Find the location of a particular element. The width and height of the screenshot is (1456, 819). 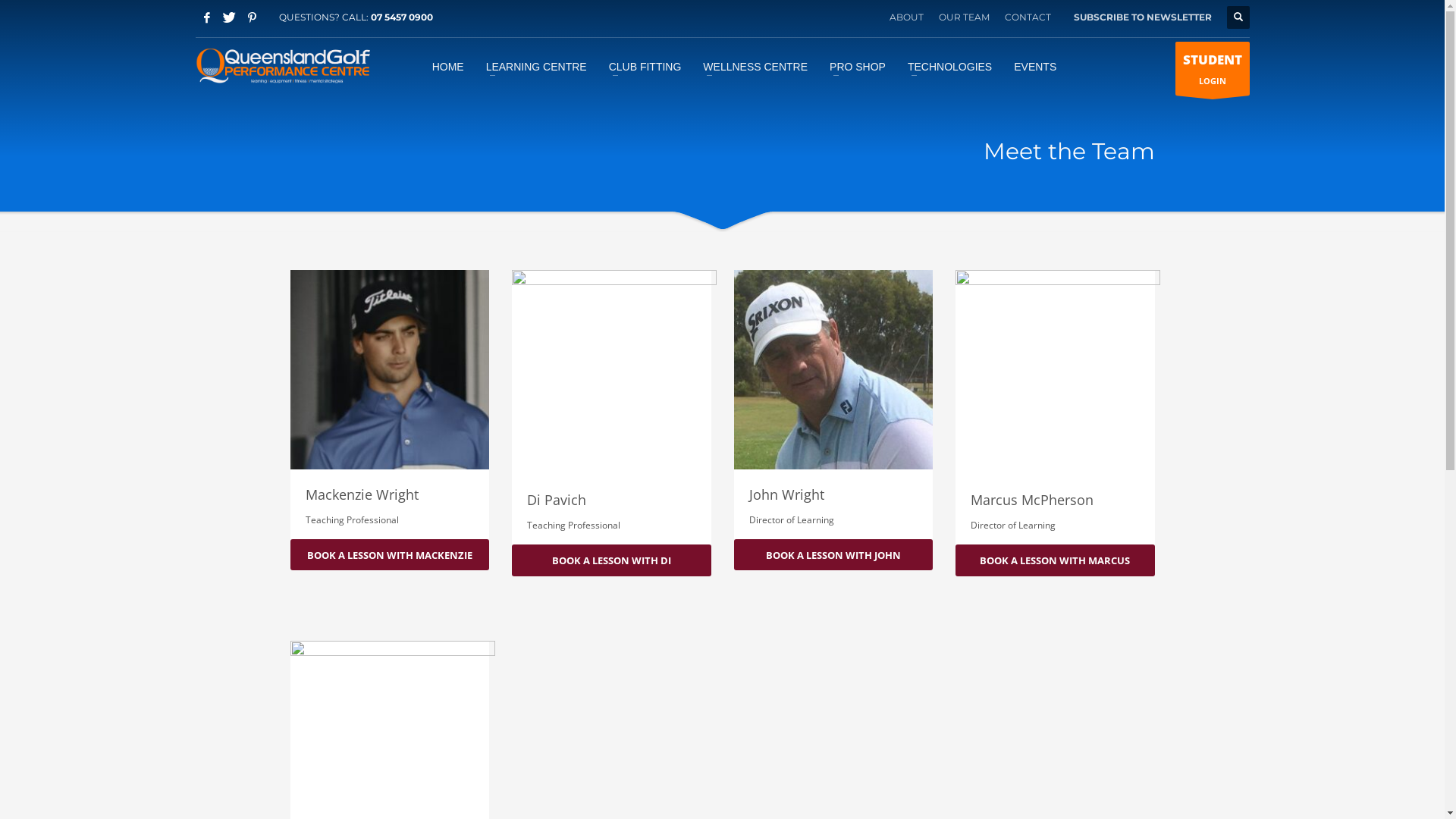

'07 5457 0900' is located at coordinates (400, 17).